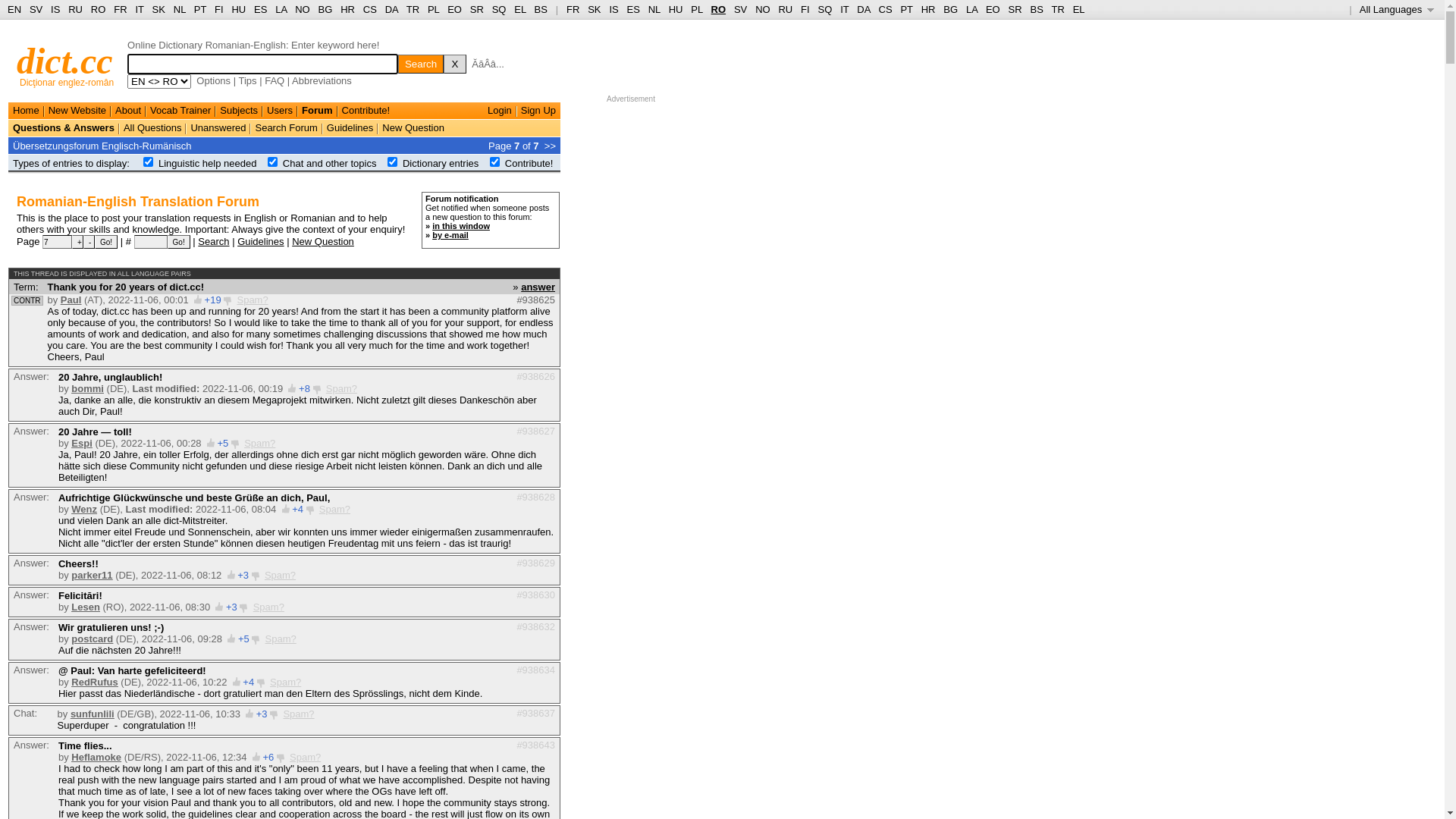  I want to click on 'Spam?', so click(259, 443).